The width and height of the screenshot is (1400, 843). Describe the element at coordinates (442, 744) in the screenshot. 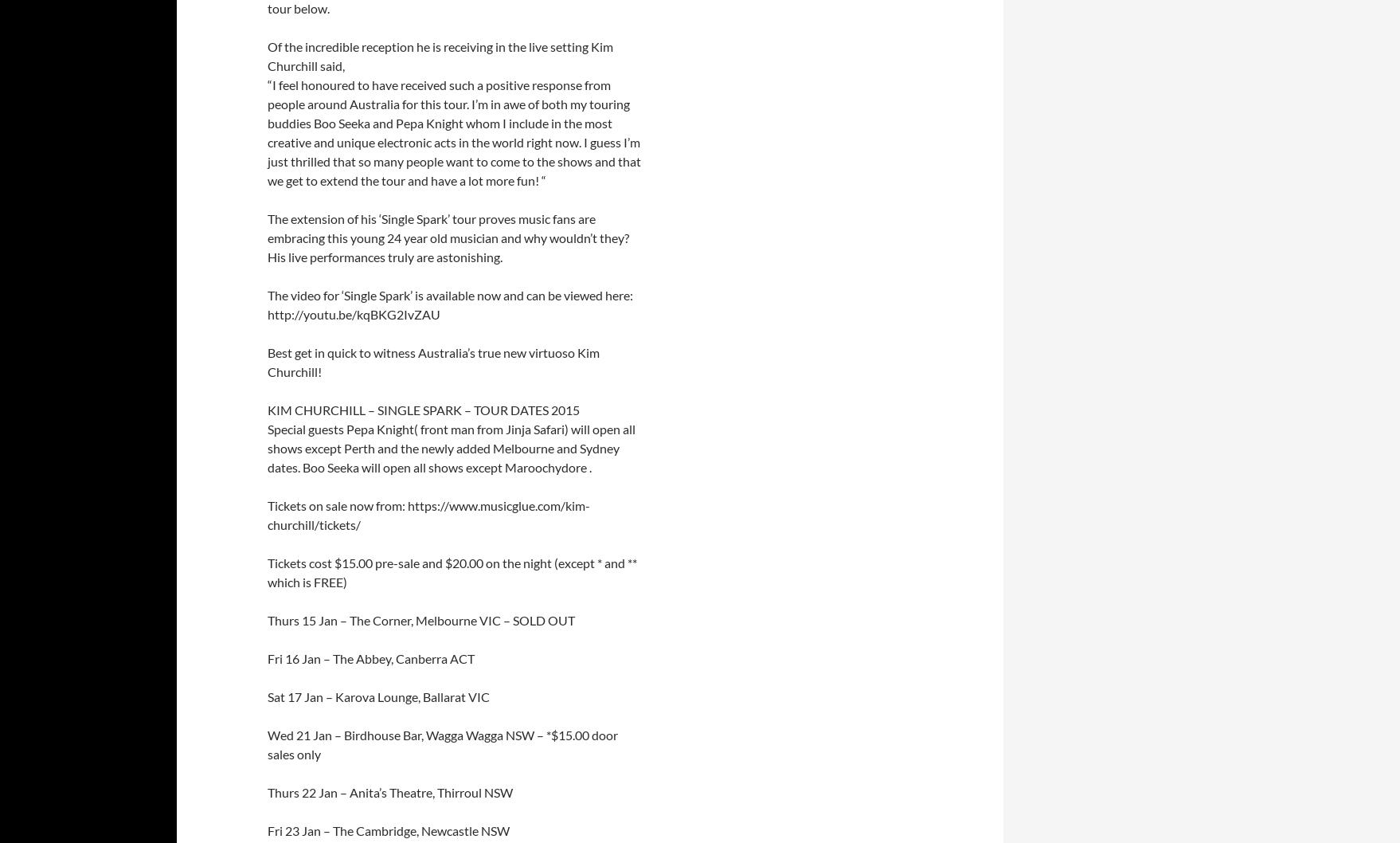

I see `'Wed 21 Jan – Birdhouse Bar, Wagga Wagga NSW – *$15.00 door sales only'` at that location.